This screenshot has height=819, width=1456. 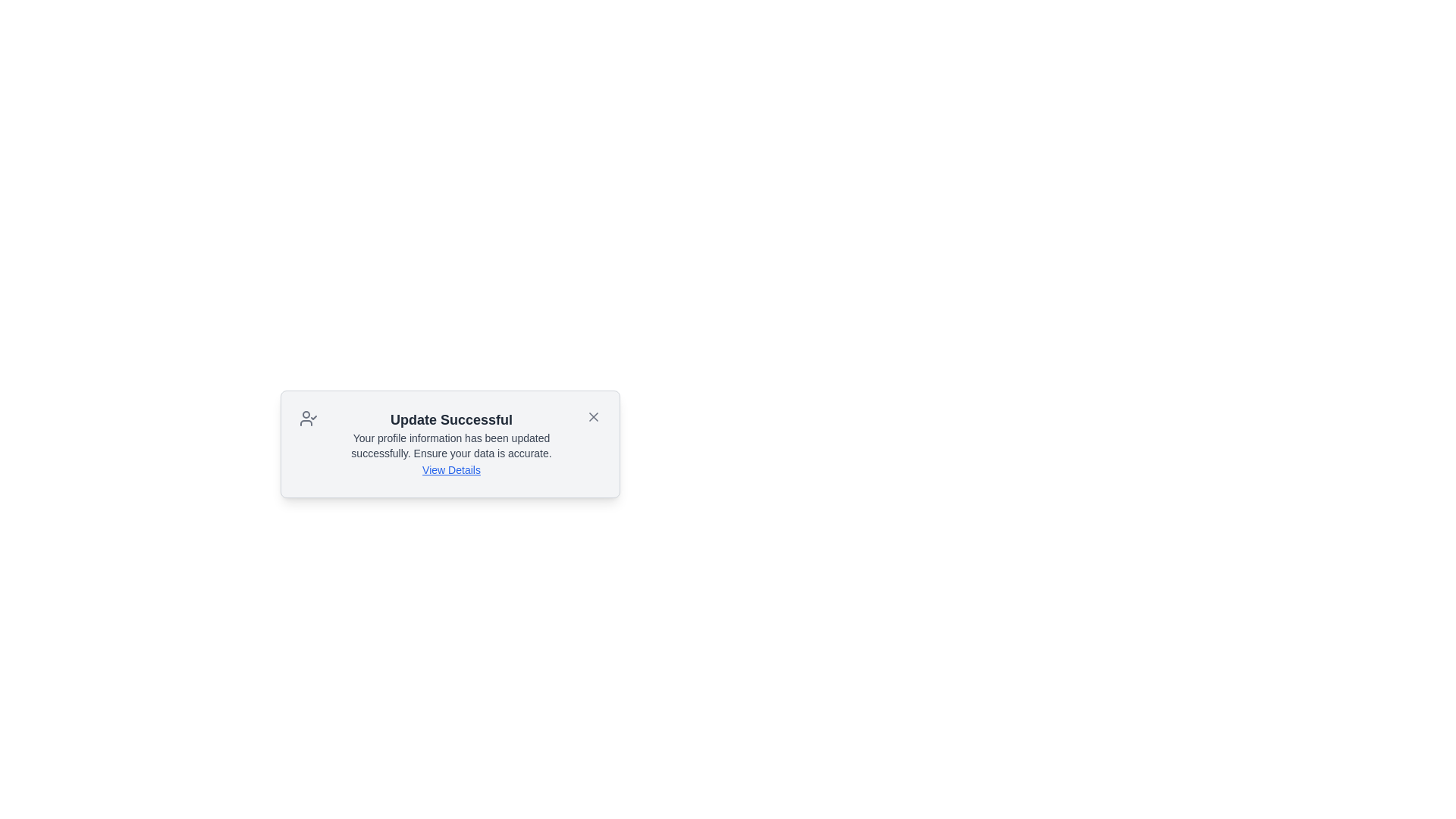 What do you see at coordinates (592, 417) in the screenshot?
I see `close button to dismiss the notification` at bounding box center [592, 417].